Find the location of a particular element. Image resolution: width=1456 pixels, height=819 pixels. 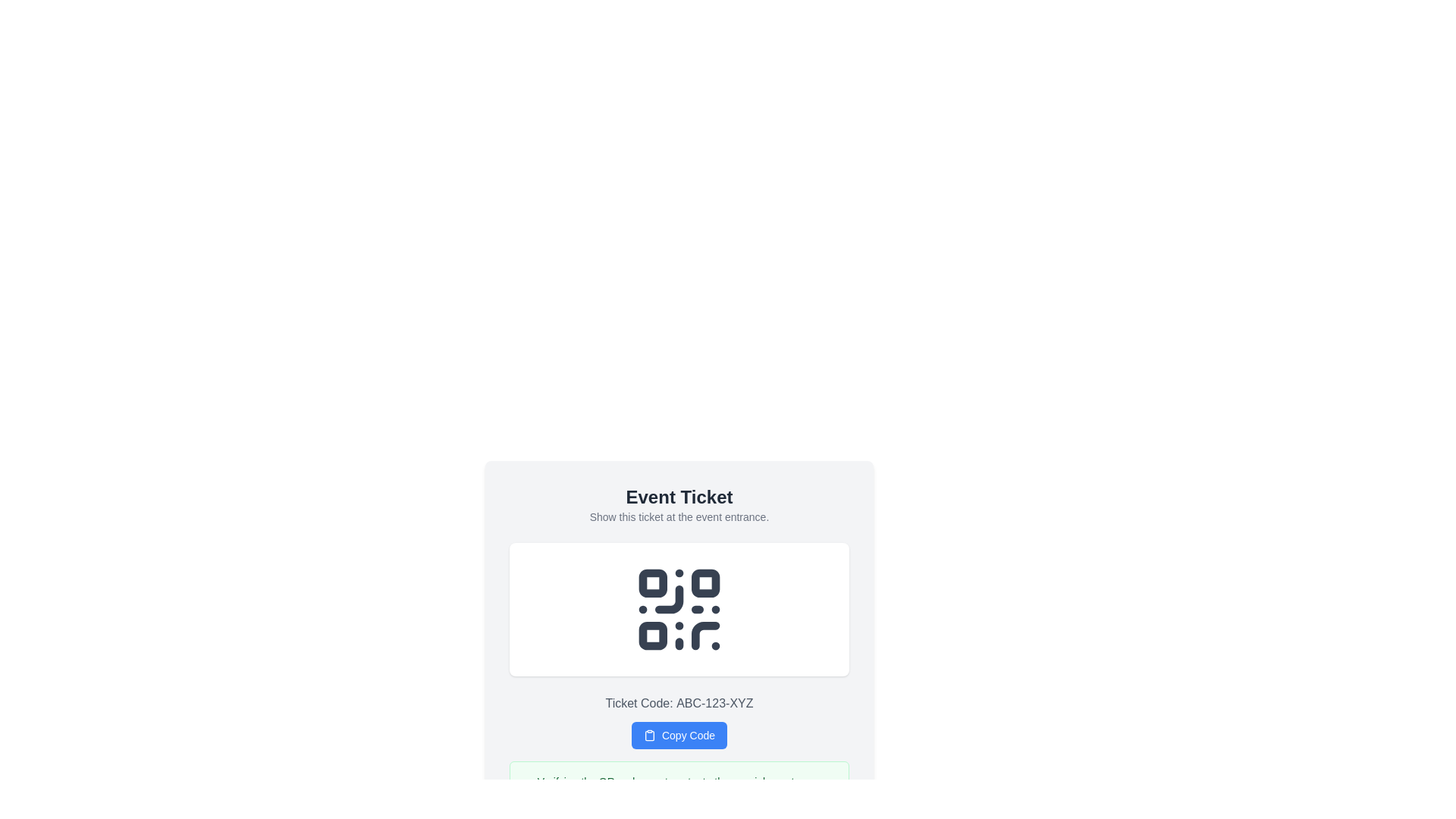

the decorative Icon Segment located in the bottom-right corner of the QR code representation is located at coordinates (704, 635).